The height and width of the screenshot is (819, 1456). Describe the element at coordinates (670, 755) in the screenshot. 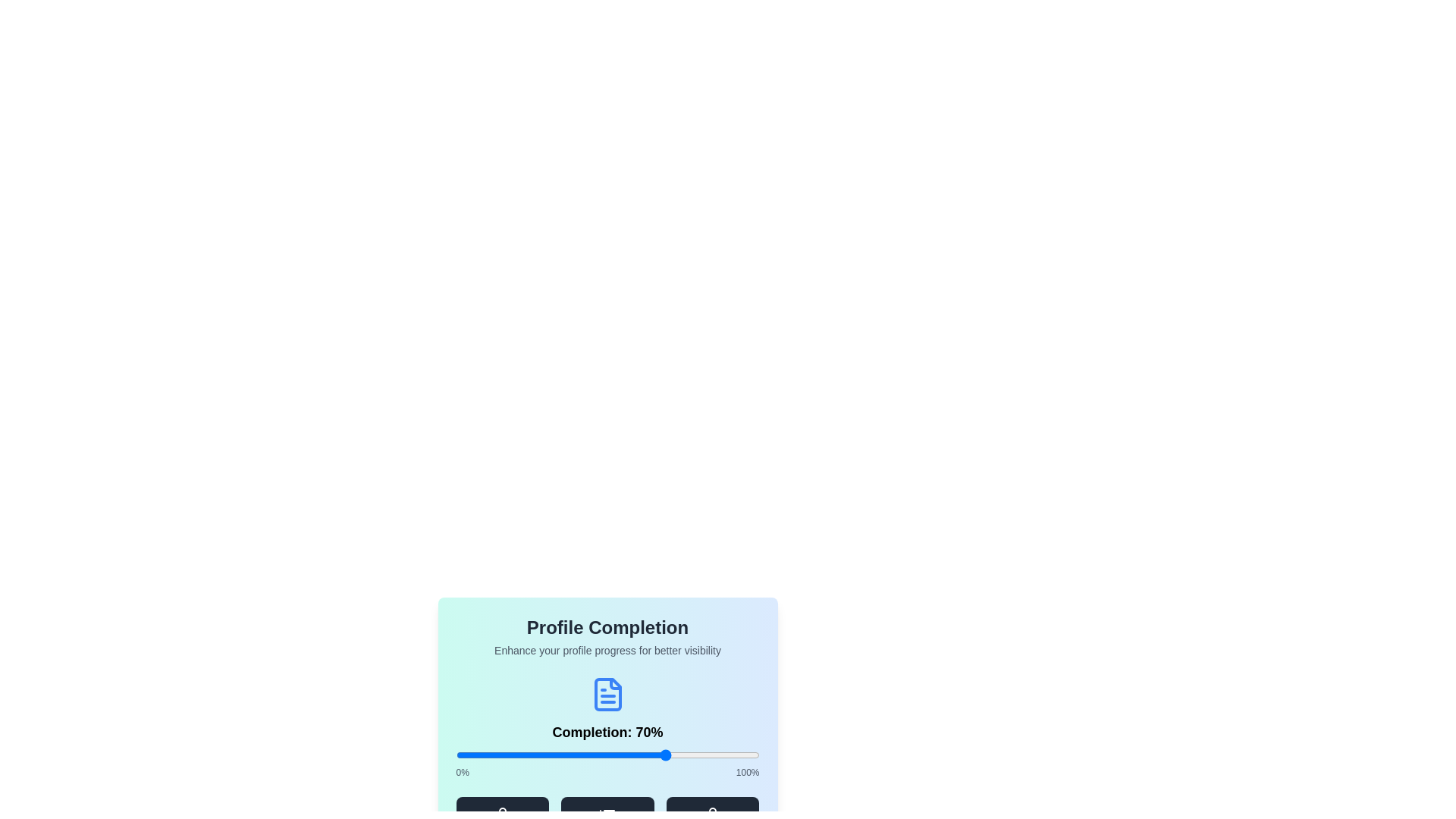

I see `the profile completion slider` at that location.